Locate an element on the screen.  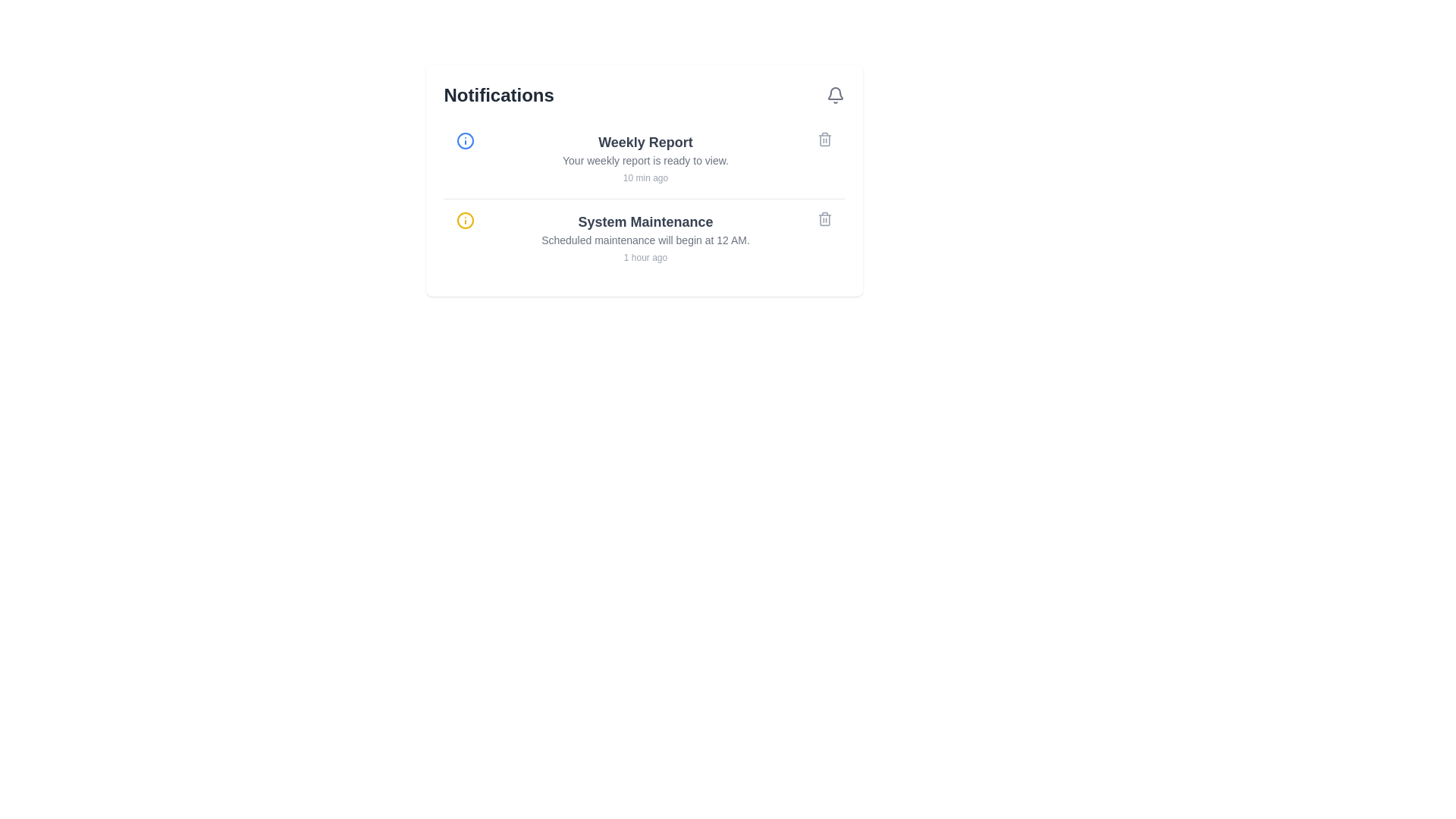
text label that displays 'Your weekly report is ready to view.' which is positioned between the title 'Weekly Report' and the timestamp '10 min ago.' is located at coordinates (645, 161).